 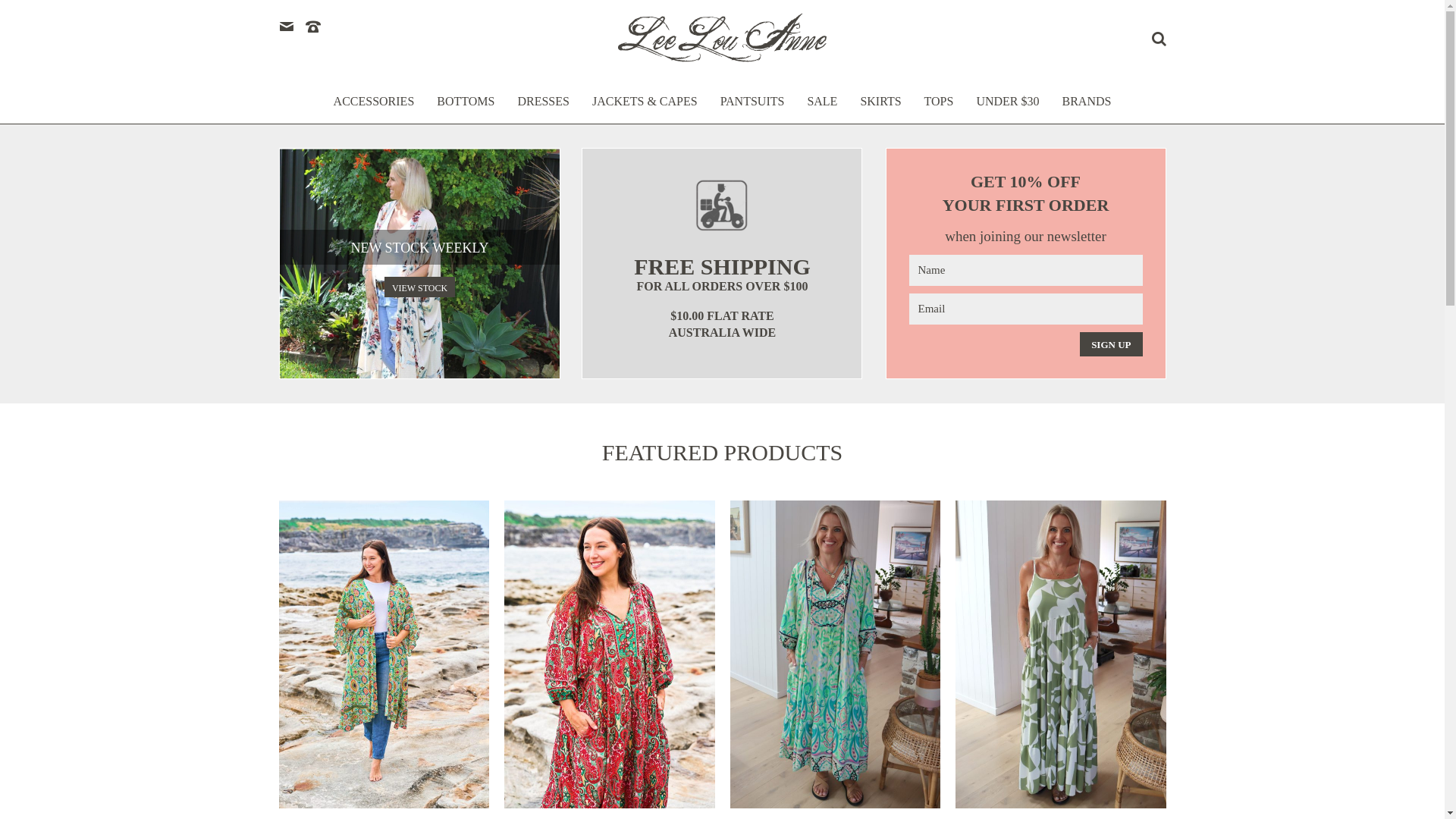 I want to click on 'TOPS', so click(x=938, y=108).